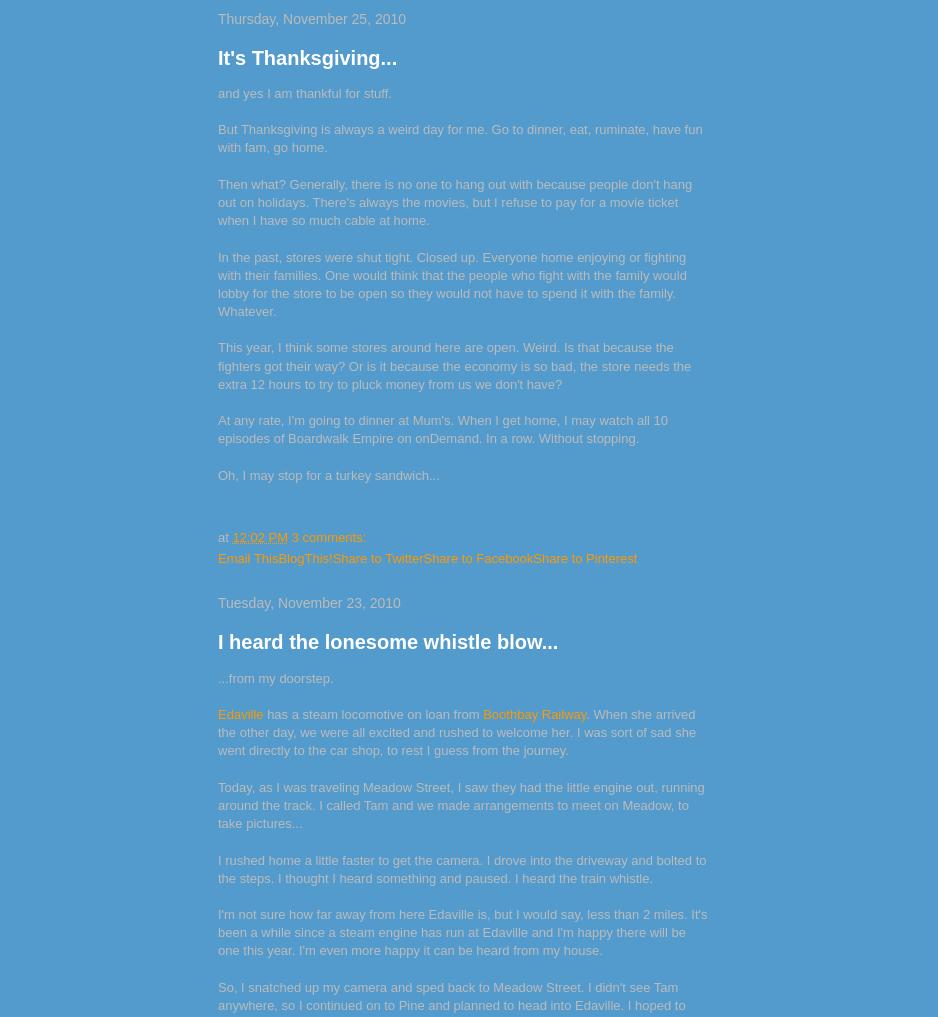  What do you see at coordinates (217, 713) in the screenshot?
I see `'Edaville'` at bounding box center [217, 713].